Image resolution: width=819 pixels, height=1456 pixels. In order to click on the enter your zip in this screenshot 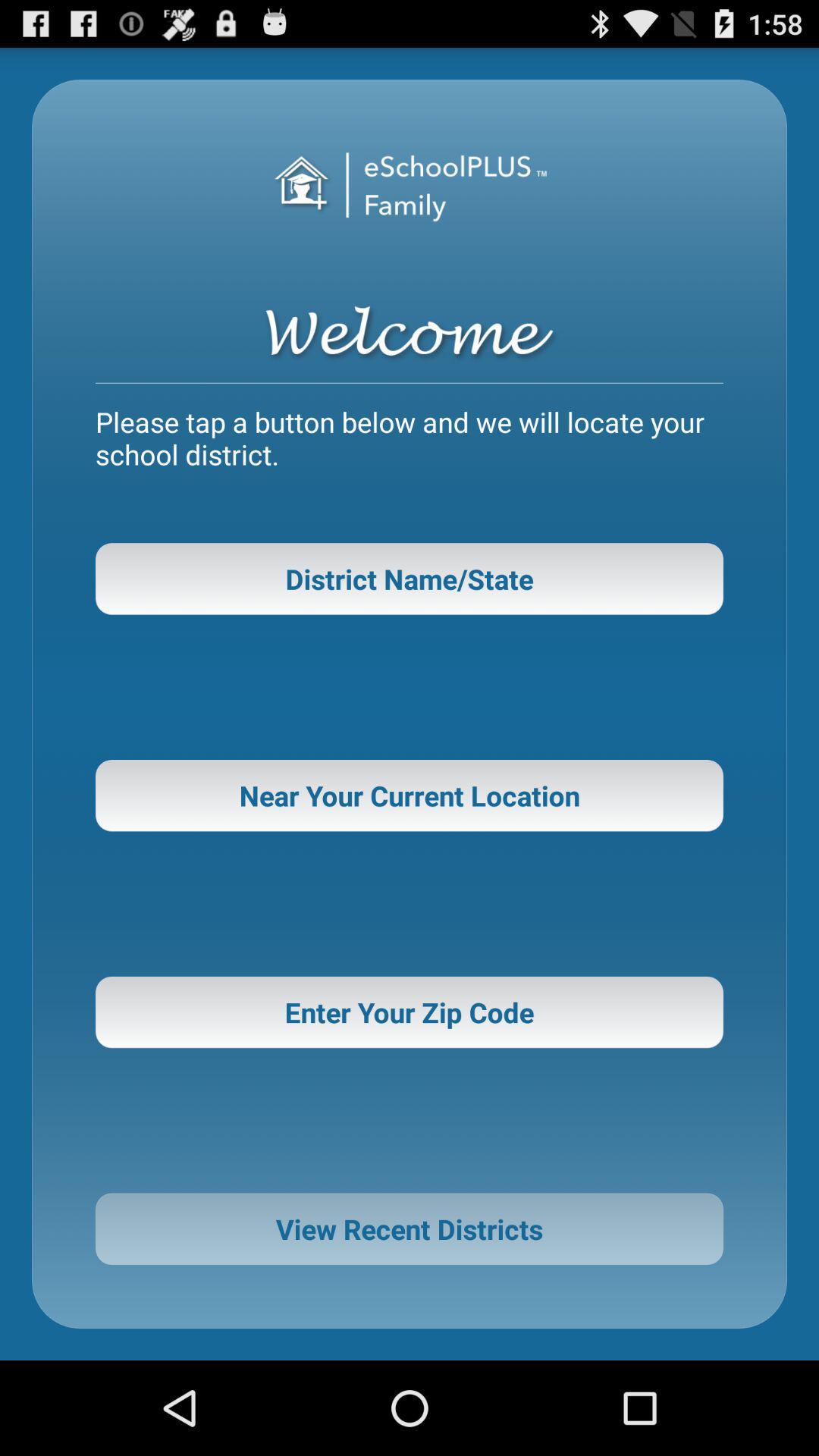, I will do `click(409, 1012)`.